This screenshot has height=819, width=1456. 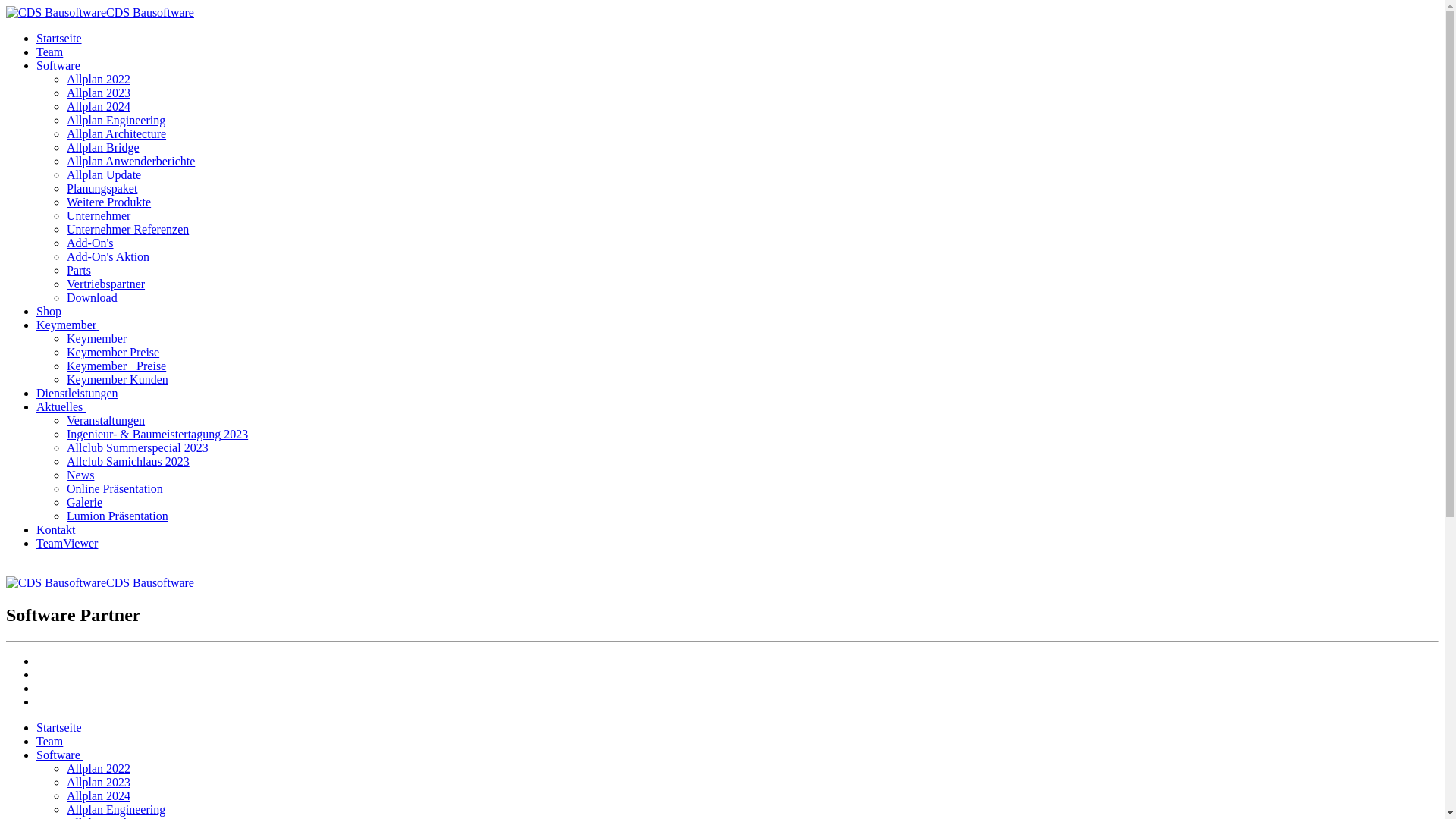 I want to click on 'Veranstaltungen', so click(x=105, y=420).